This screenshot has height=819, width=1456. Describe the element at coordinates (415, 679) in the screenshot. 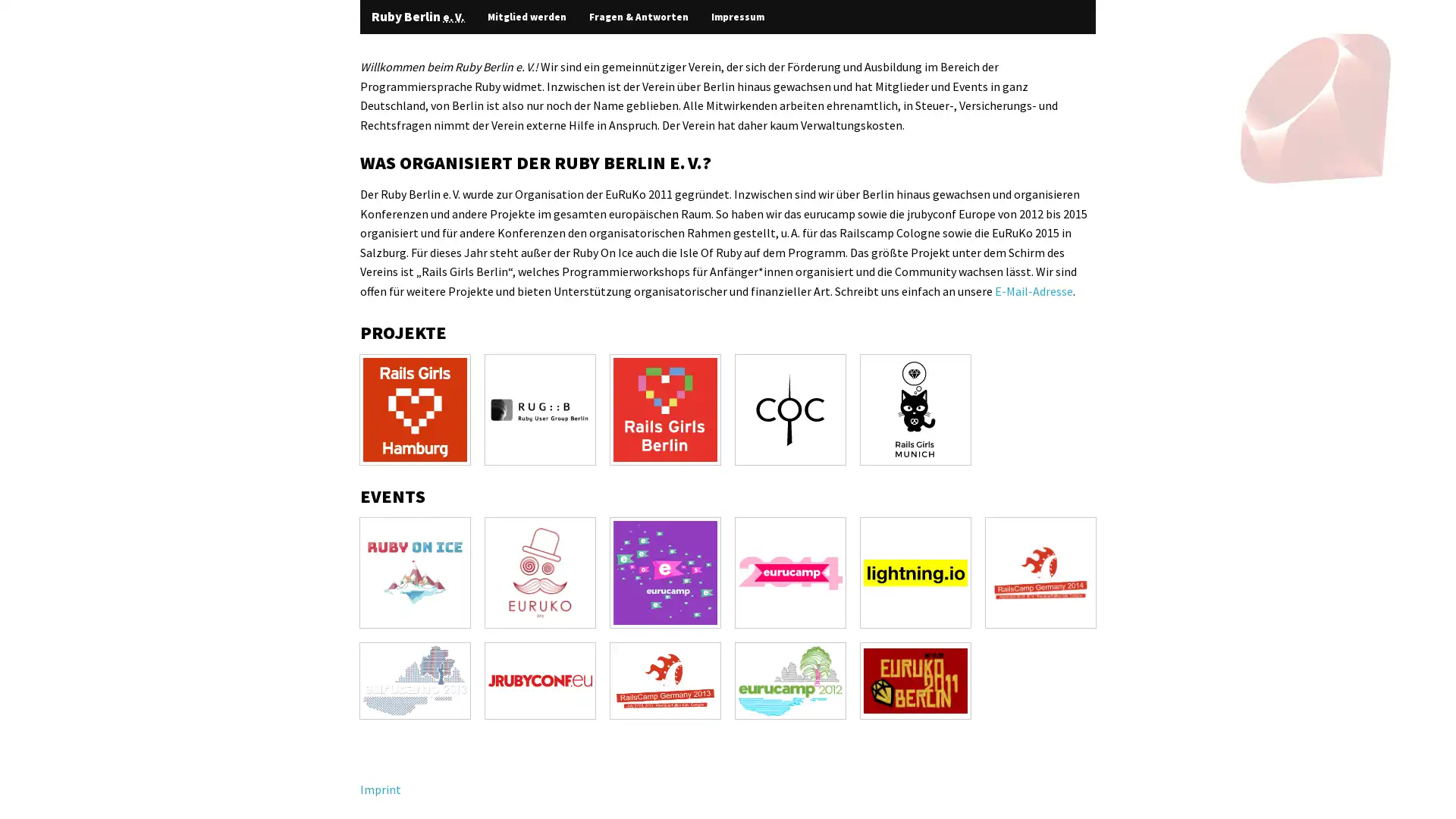

I see `Eurucamp 2013` at that location.